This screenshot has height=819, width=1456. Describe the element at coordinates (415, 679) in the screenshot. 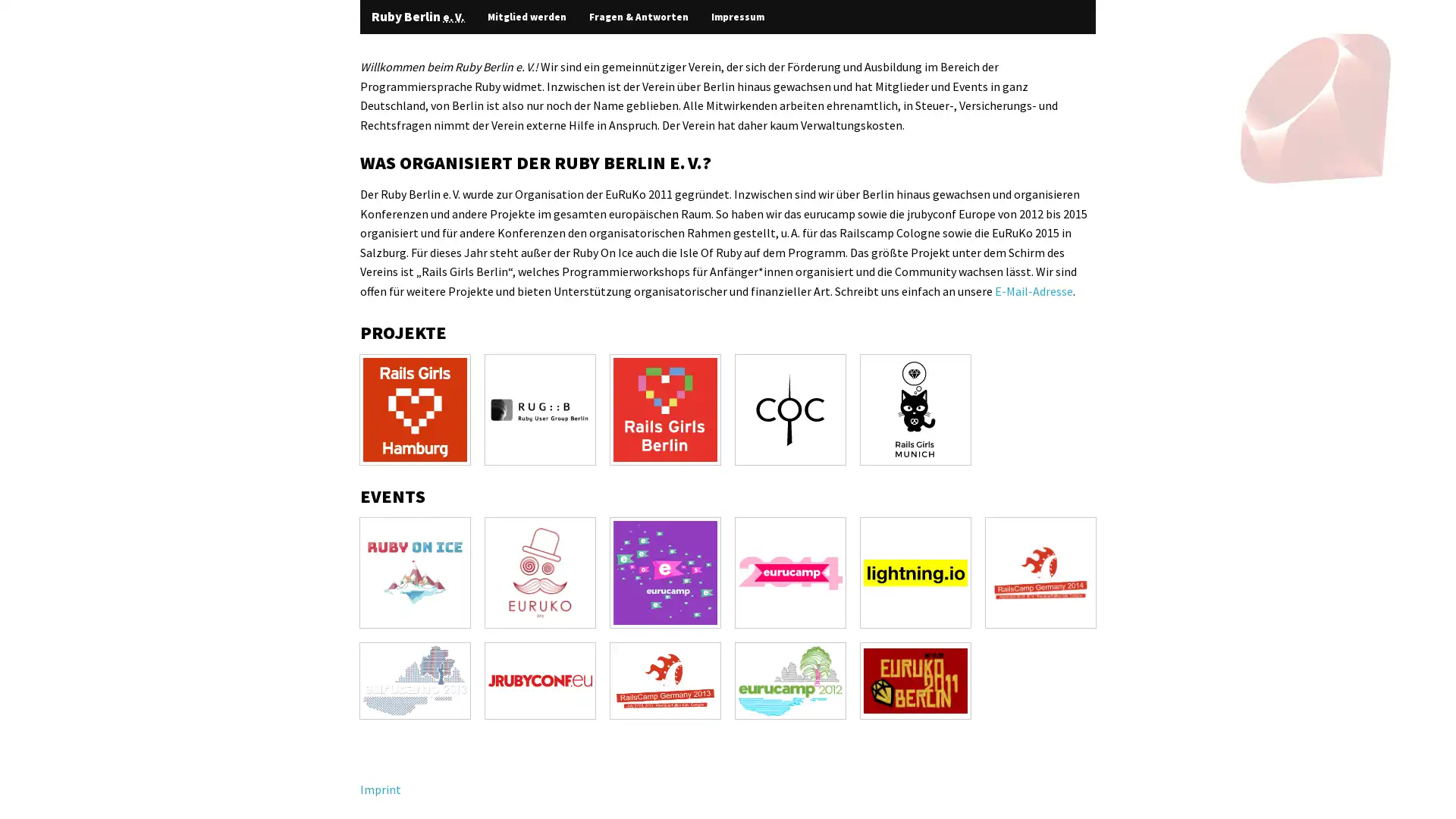

I see `Eurucamp 2013` at that location.